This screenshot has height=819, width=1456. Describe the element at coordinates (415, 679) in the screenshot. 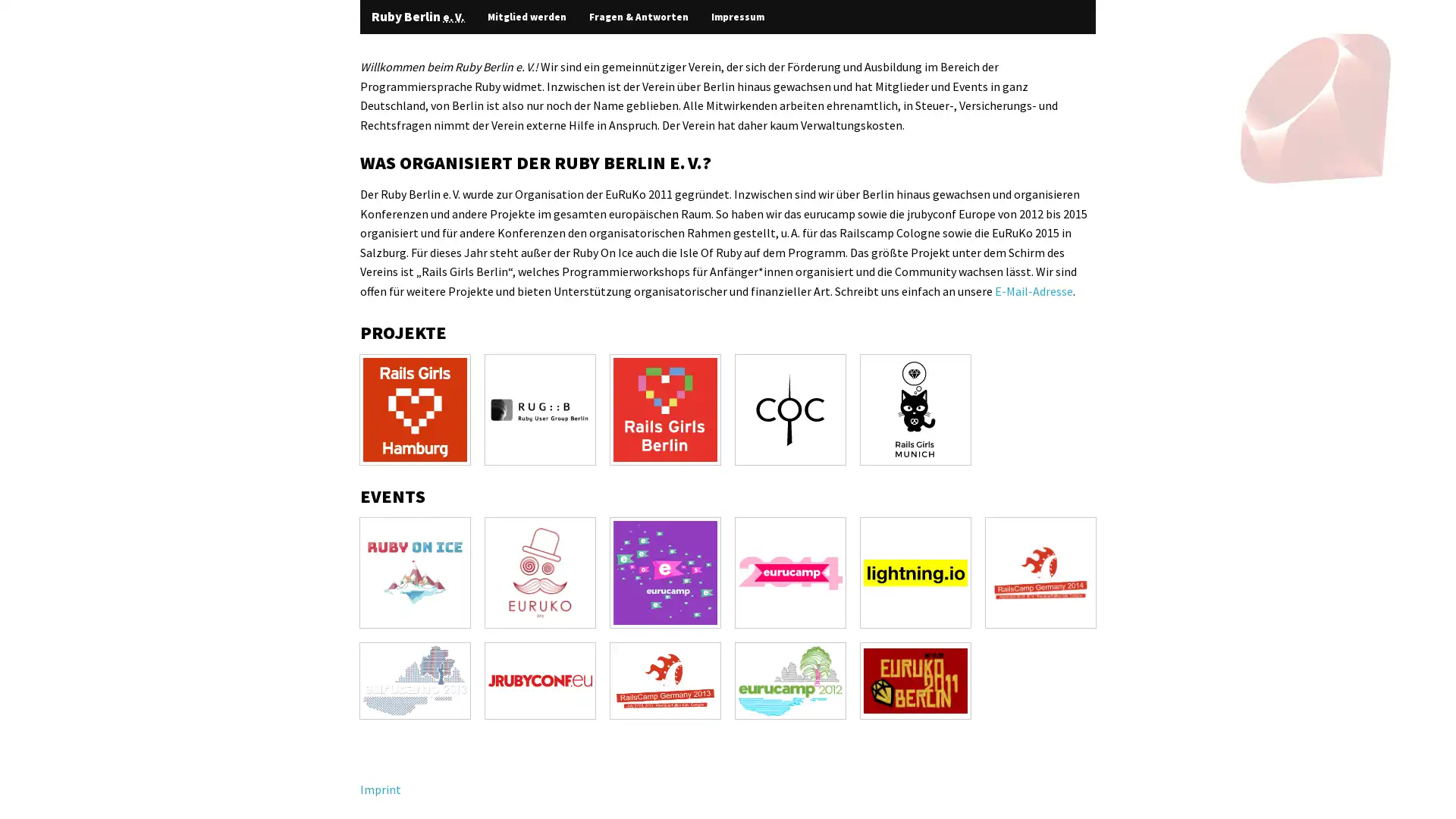

I see `Eurucamp 2013` at that location.